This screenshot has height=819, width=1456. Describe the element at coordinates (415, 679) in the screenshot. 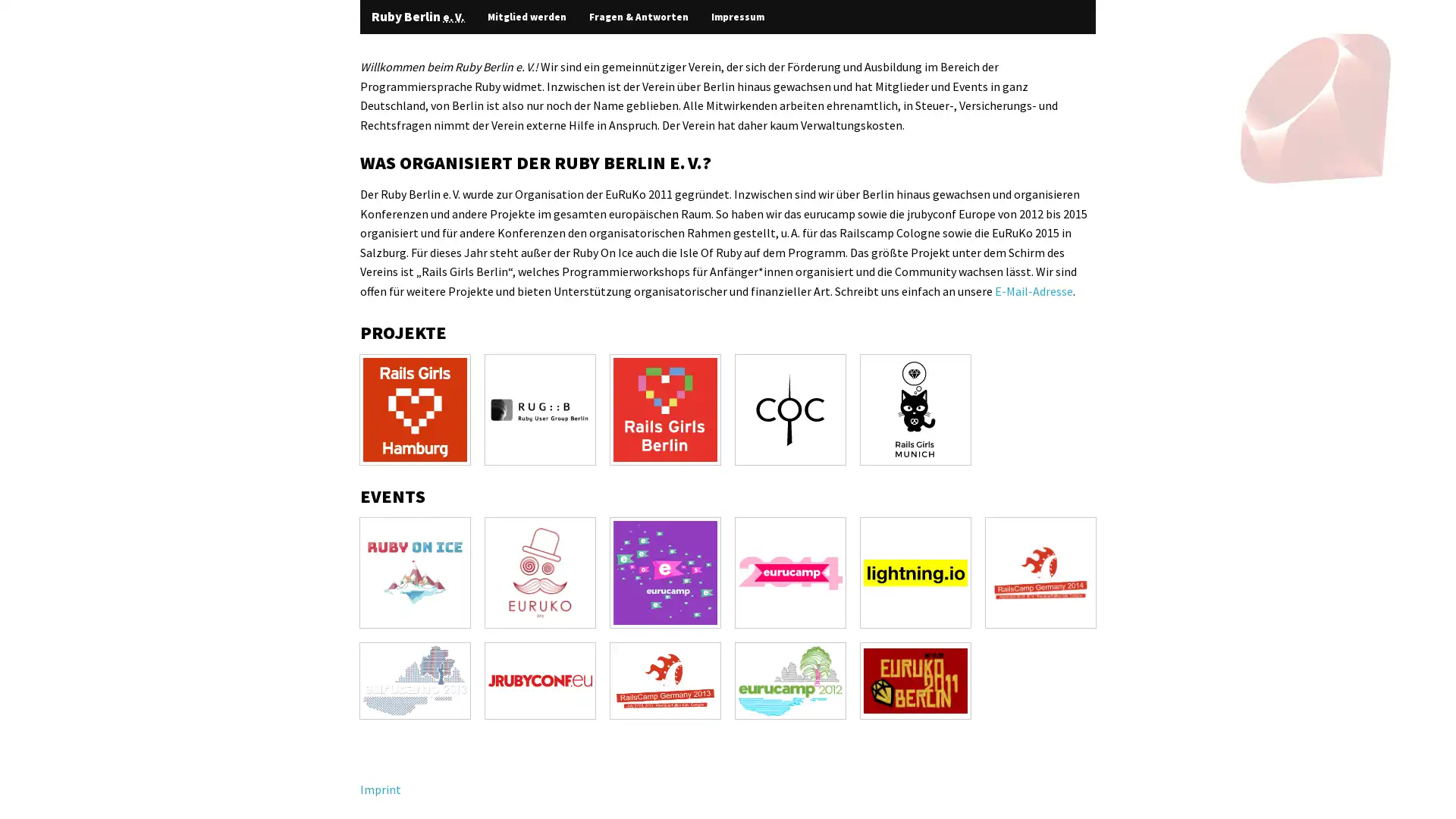

I see `Eurucamp 2013` at that location.